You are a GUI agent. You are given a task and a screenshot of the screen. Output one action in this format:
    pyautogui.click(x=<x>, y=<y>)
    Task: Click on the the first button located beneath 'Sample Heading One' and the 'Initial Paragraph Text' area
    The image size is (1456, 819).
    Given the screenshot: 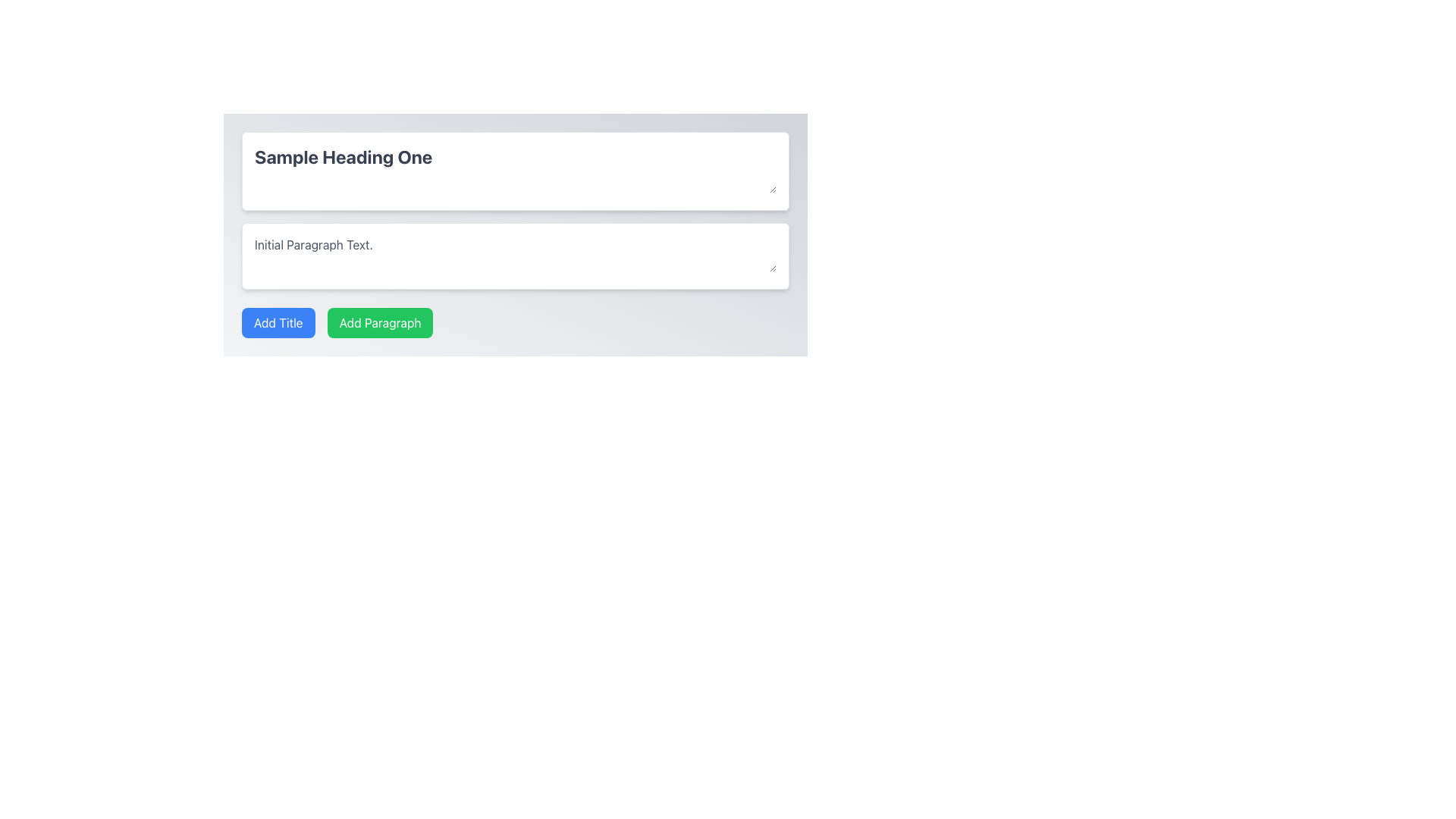 What is the action you would take?
    pyautogui.click(x=278, y=322)
    